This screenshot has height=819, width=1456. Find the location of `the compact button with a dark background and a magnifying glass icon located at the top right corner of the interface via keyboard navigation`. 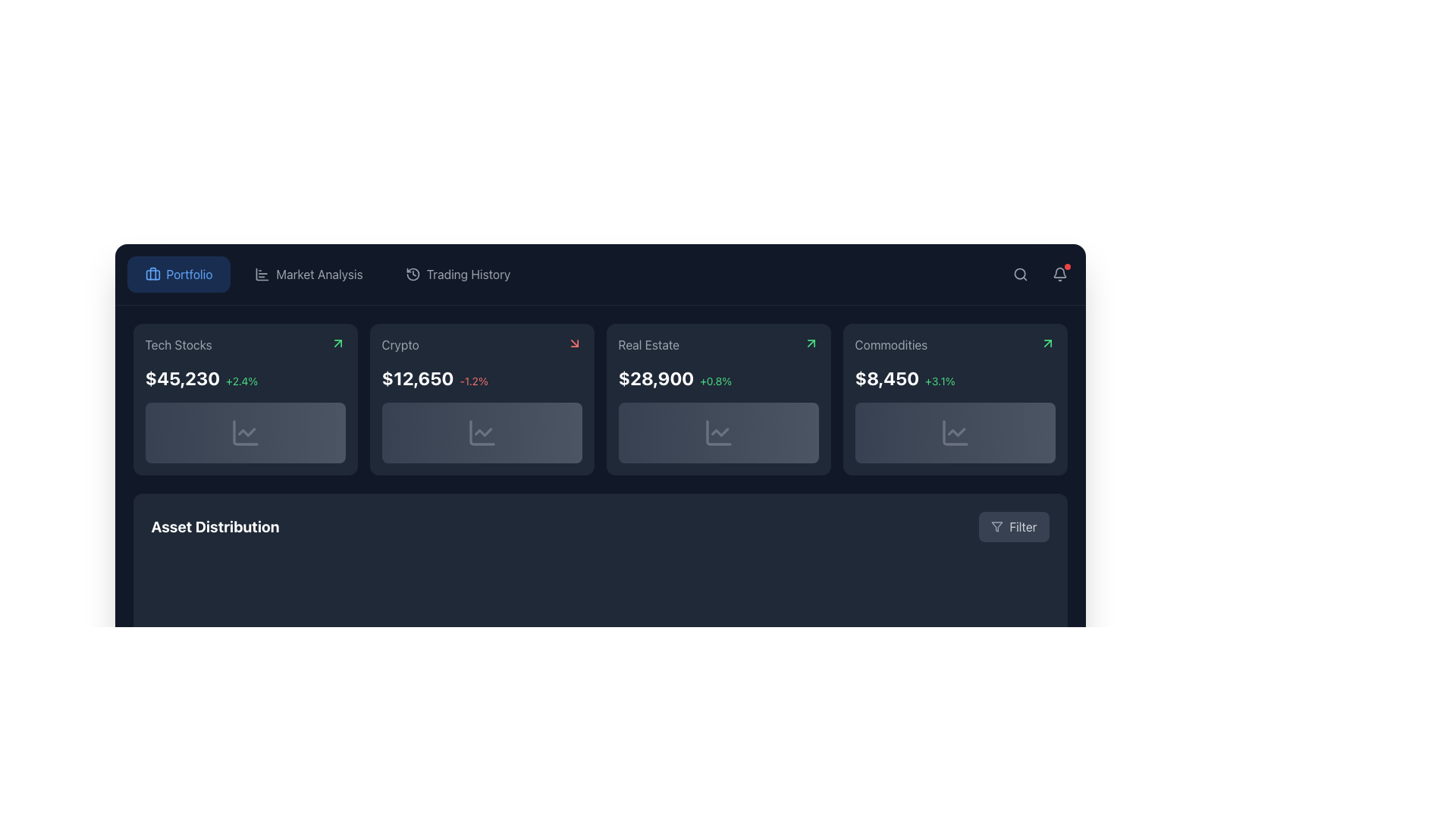

the compact button with a dark background and a magnifying glass icon located at the top right corner of the interface via keyboard navigation is located at coordinates (1020, 275).